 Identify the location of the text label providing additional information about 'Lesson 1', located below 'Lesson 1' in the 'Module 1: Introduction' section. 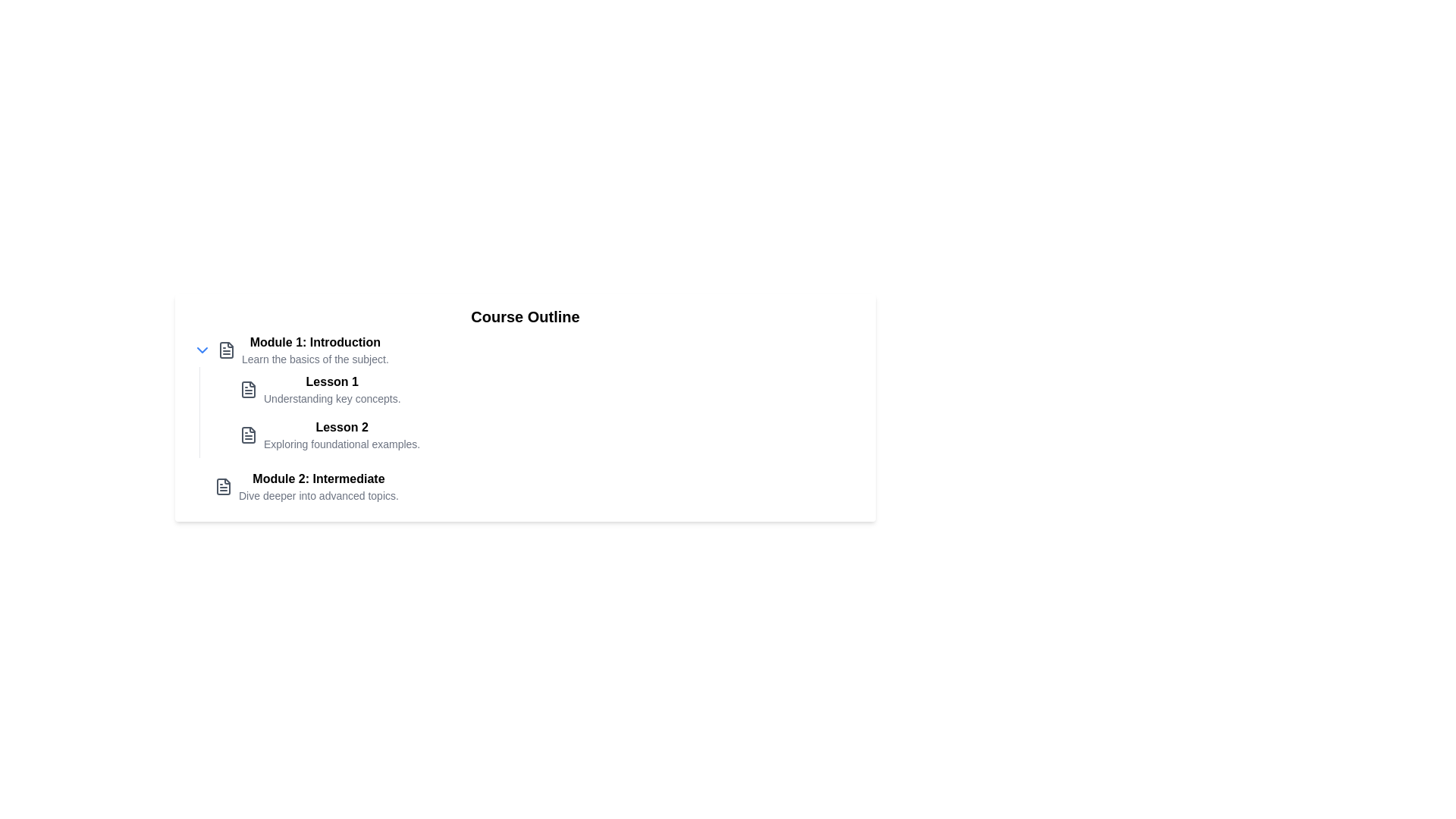
(331, 397).